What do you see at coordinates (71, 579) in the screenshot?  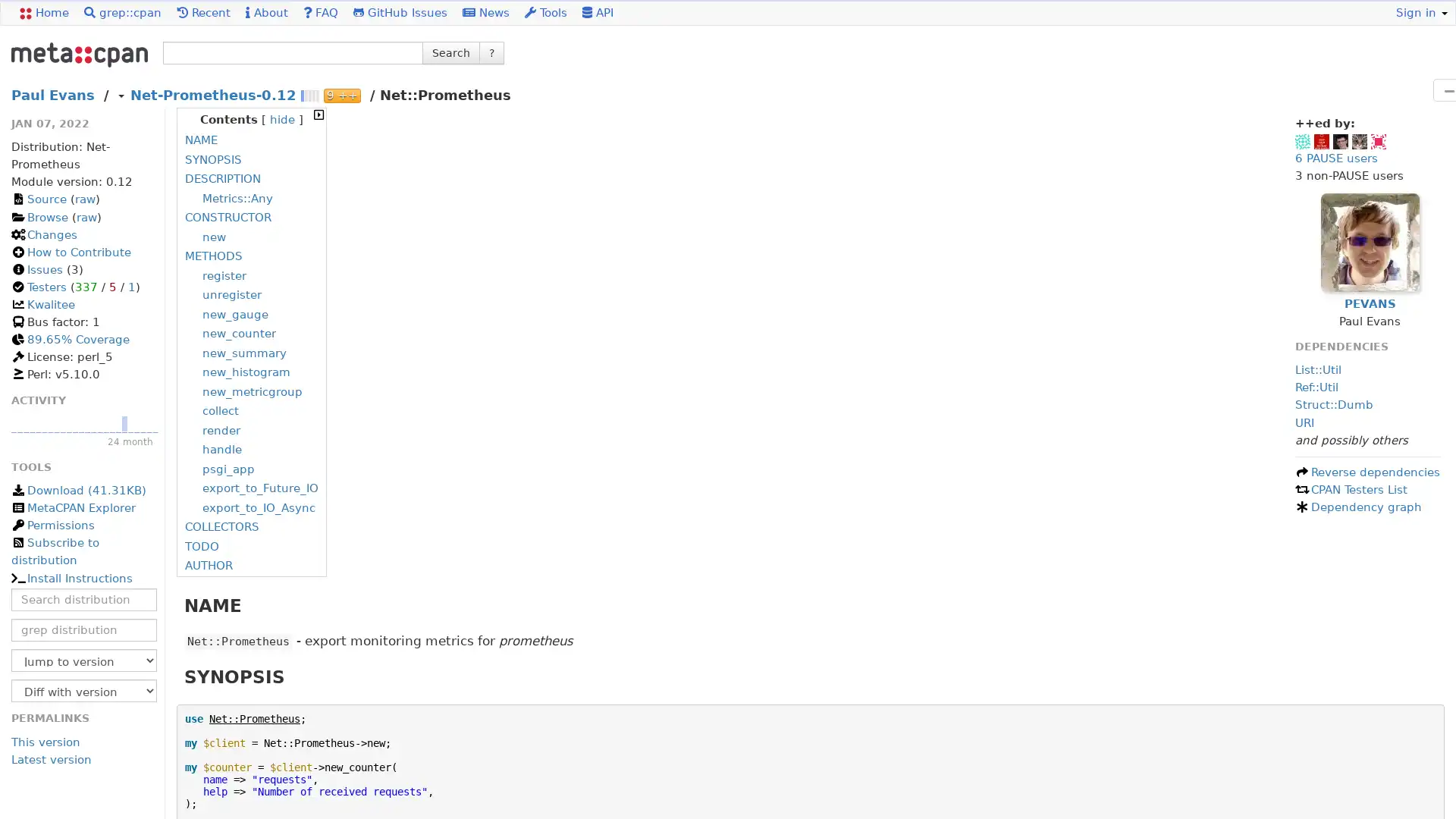 I see `Install Instructions` at bounding box center [71, 579].